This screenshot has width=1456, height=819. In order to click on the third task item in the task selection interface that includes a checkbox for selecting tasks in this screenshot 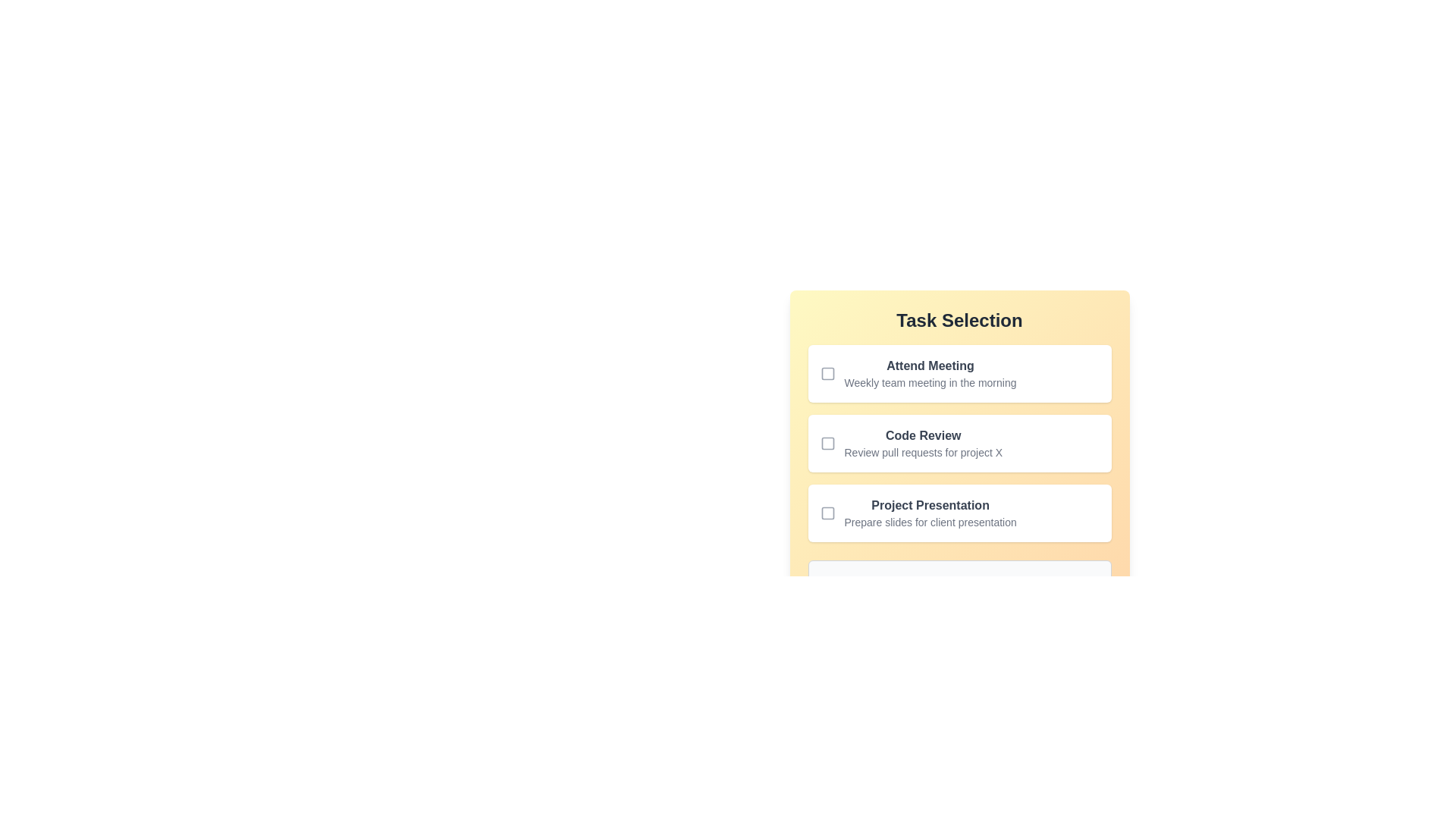, I will do `click(959, 513)`.